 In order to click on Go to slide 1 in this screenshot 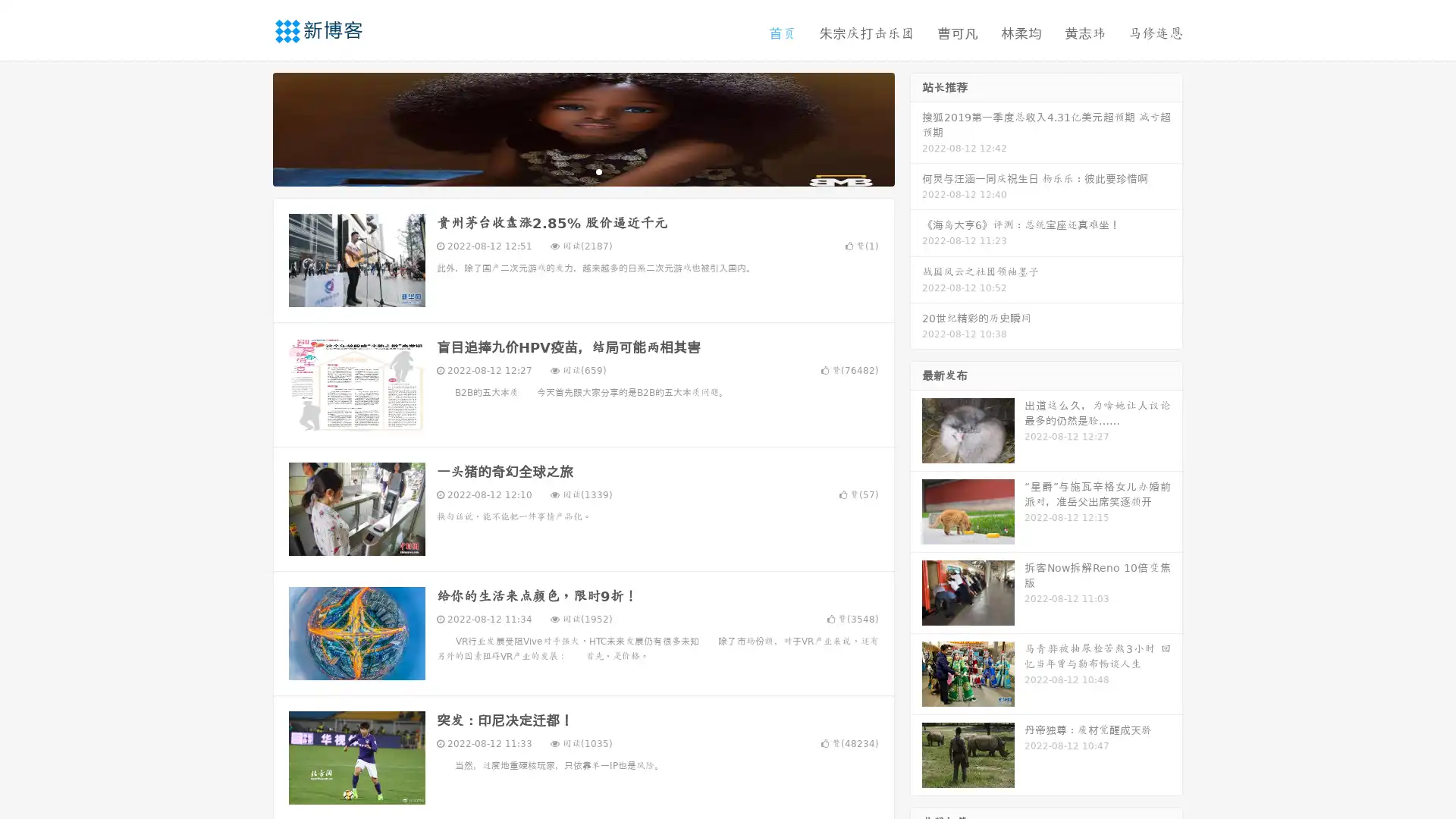, I will do `click(567, 171)`.